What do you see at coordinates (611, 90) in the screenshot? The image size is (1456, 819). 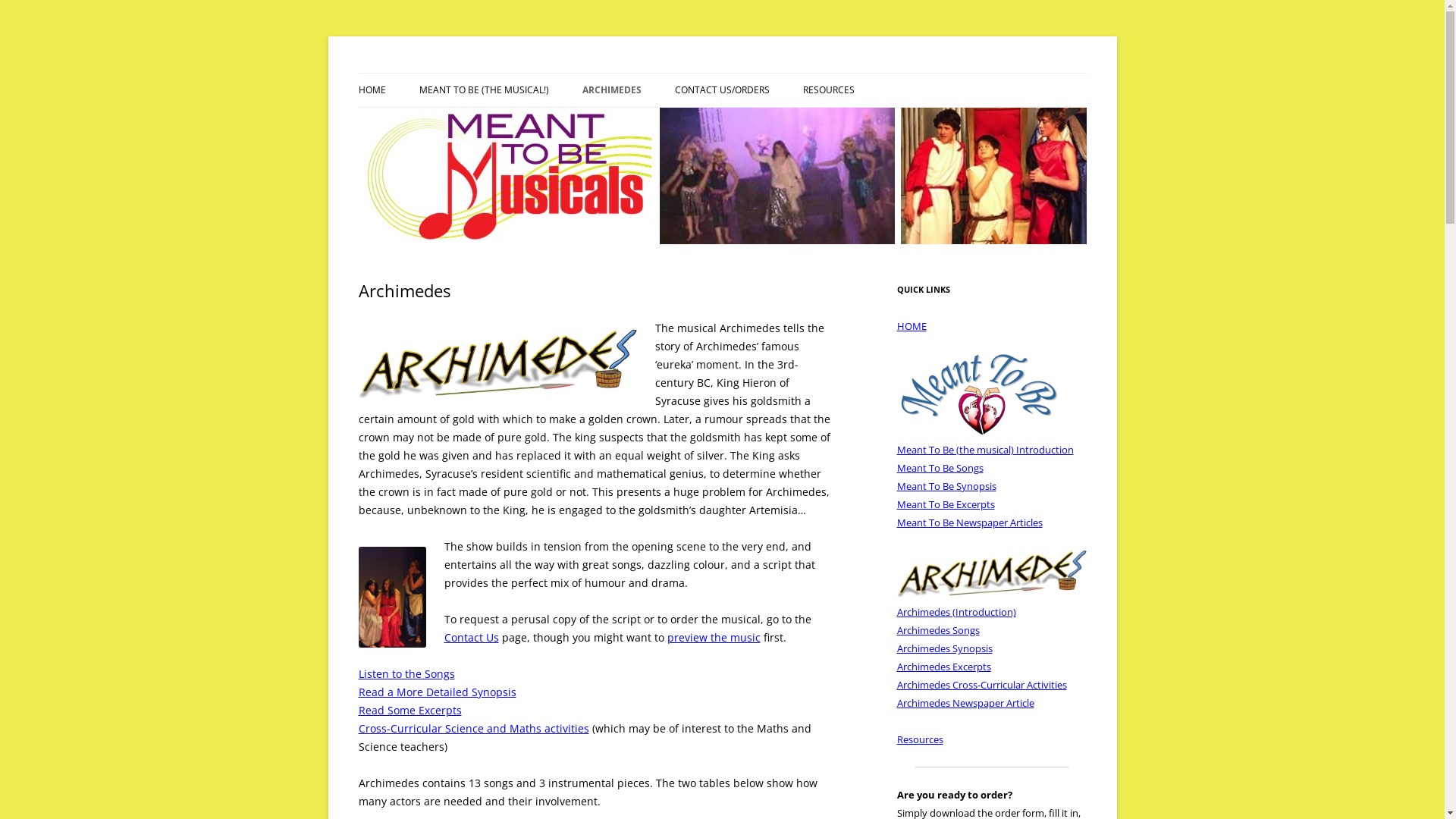 I see `'ARCHIMEDES'` at bounding box center [611, 90].